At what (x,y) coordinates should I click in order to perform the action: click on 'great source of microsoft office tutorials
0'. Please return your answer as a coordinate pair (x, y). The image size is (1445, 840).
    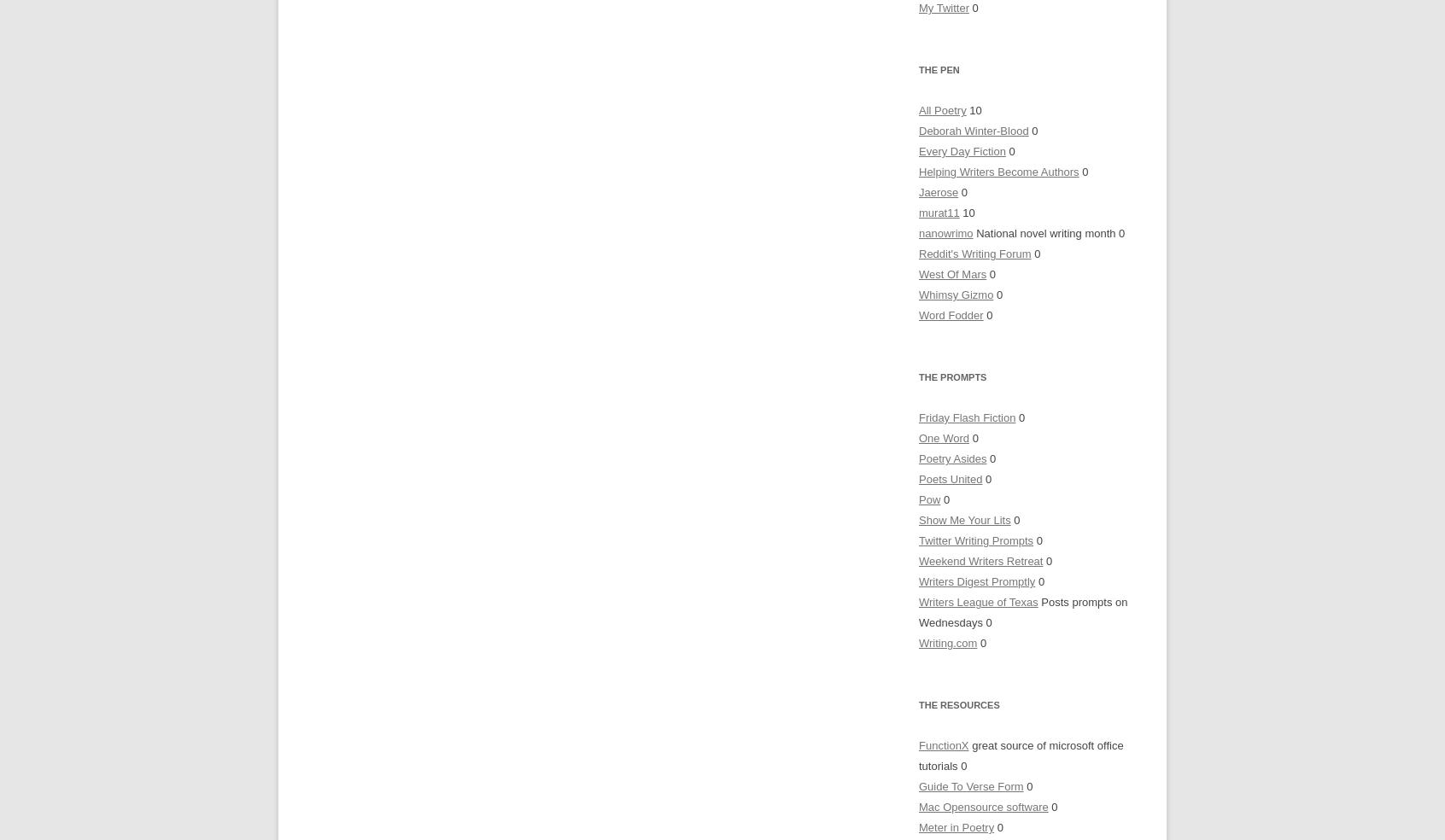
    Looking at the image, I should click on (918, 755).